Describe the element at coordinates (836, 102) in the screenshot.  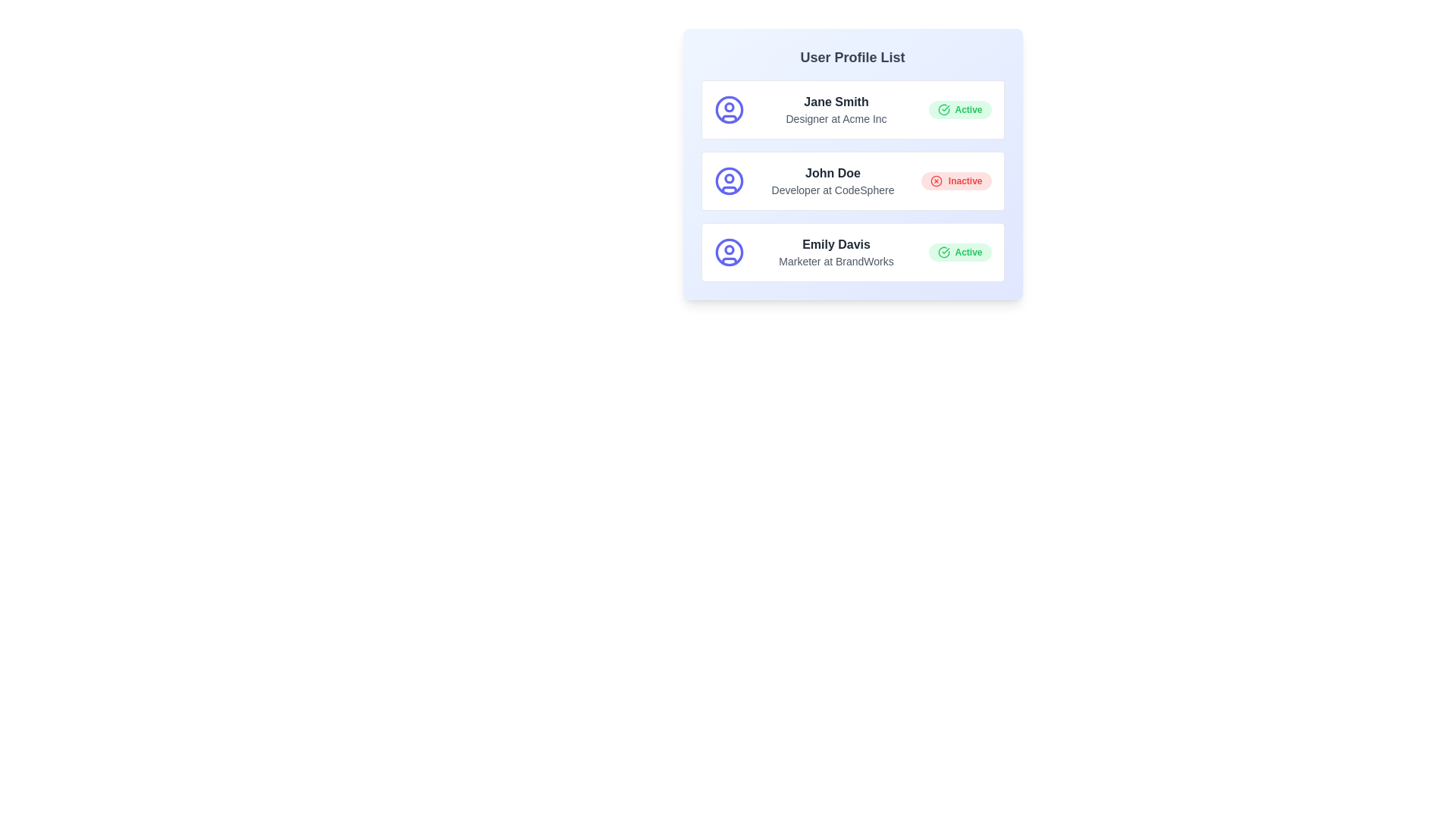
I see `the user name Jane Smith by clicking on it` at that location.